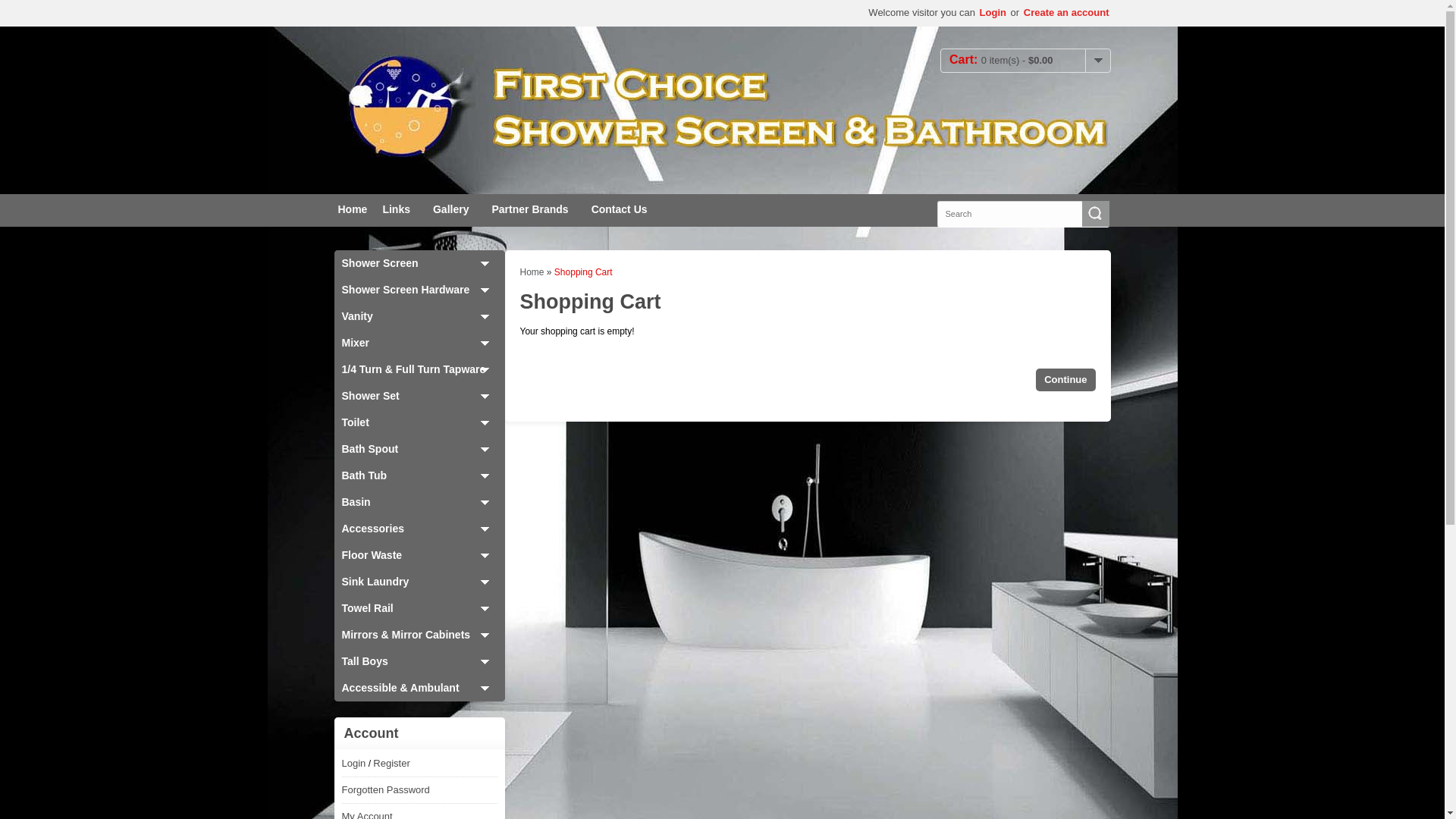 The height and width of the screenshot is (819, 1456). Describe the element at coordinates (450, 210) in the screenshot. I see `'Gallery'` at that location.